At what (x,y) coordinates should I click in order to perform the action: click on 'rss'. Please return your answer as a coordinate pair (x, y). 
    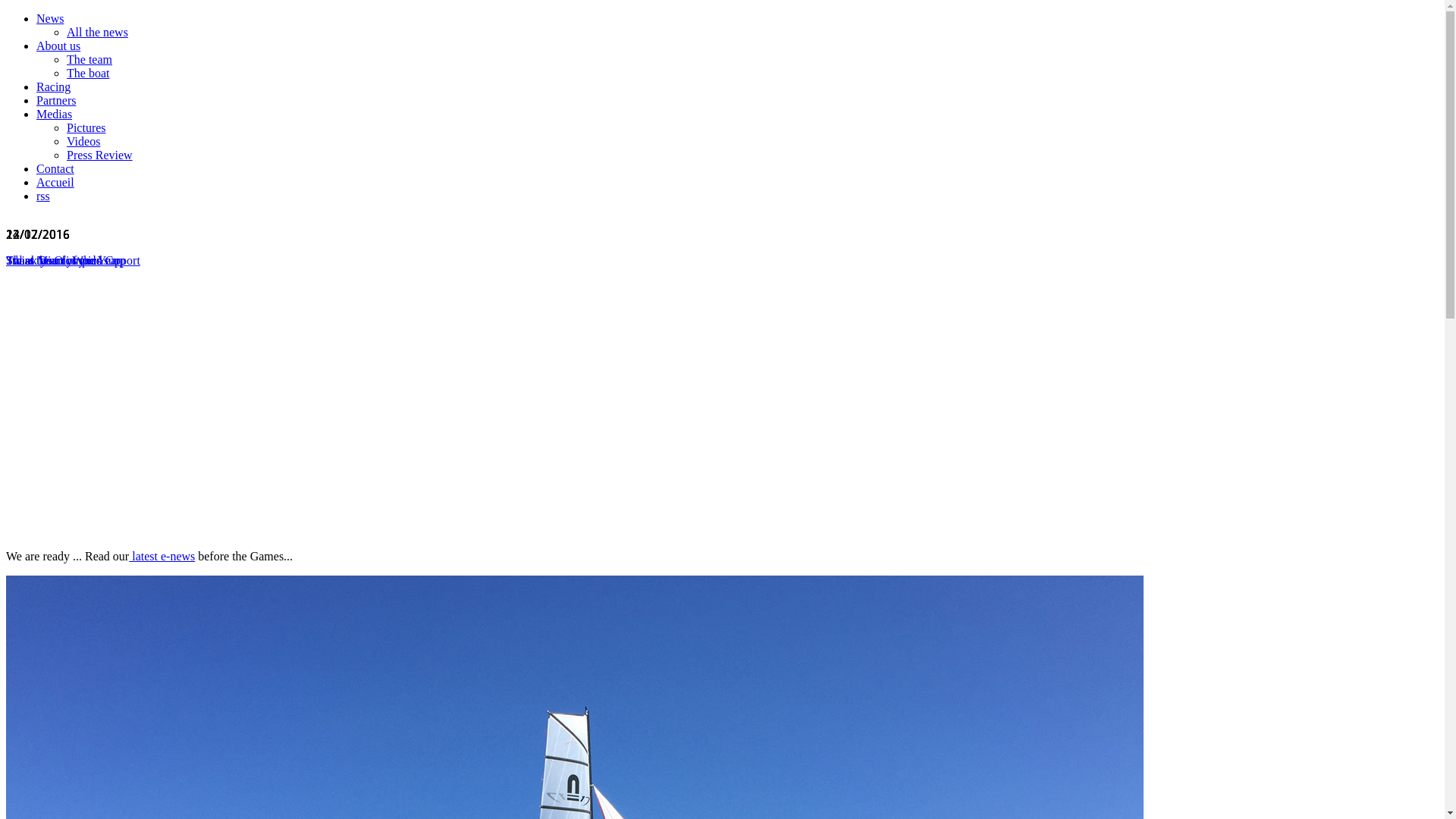
    Looking at the image, I should click on (43, 195).